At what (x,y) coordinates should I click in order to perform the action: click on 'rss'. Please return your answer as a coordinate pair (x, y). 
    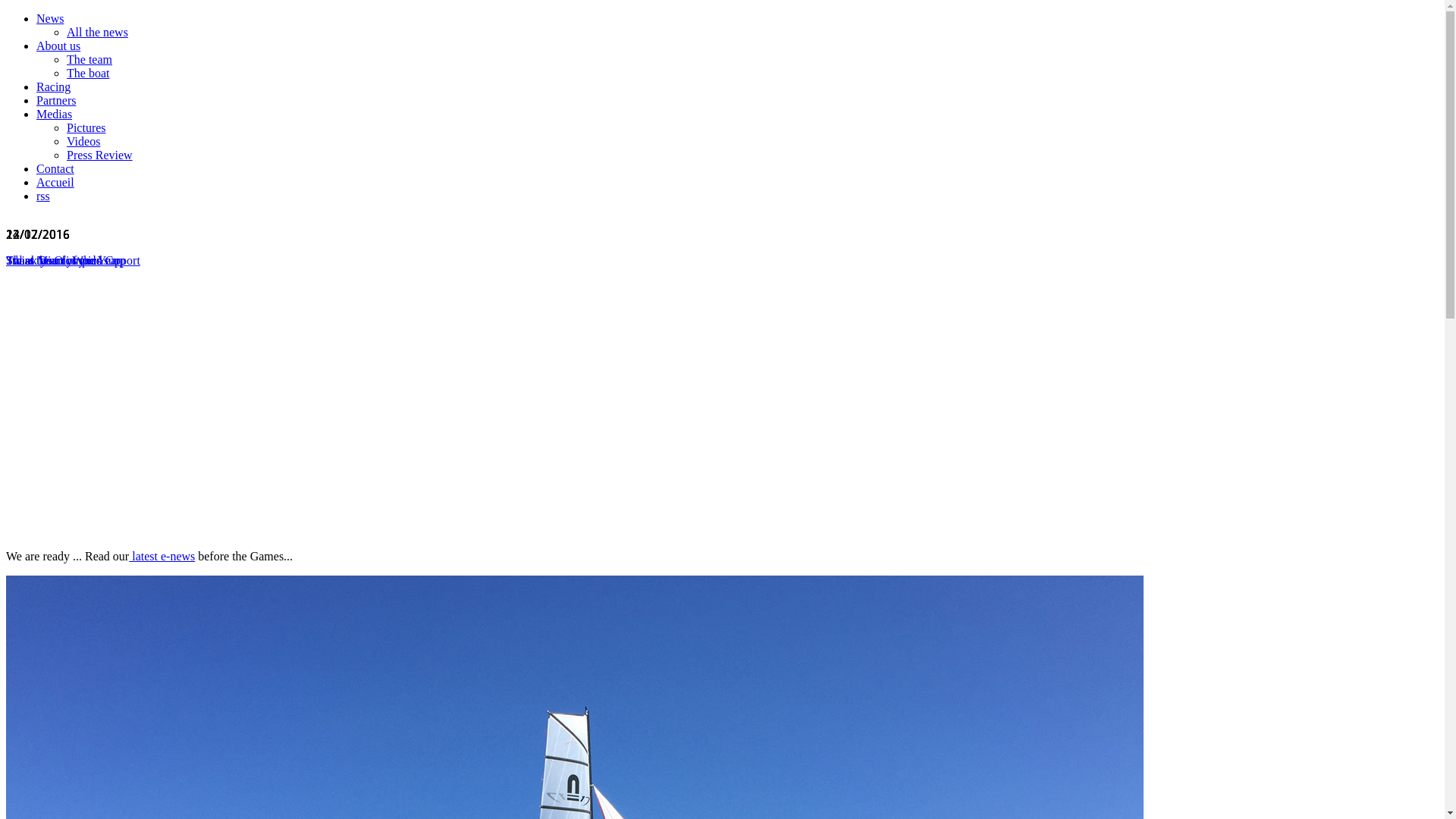
    Looking at the image, I should click on (43, 195).